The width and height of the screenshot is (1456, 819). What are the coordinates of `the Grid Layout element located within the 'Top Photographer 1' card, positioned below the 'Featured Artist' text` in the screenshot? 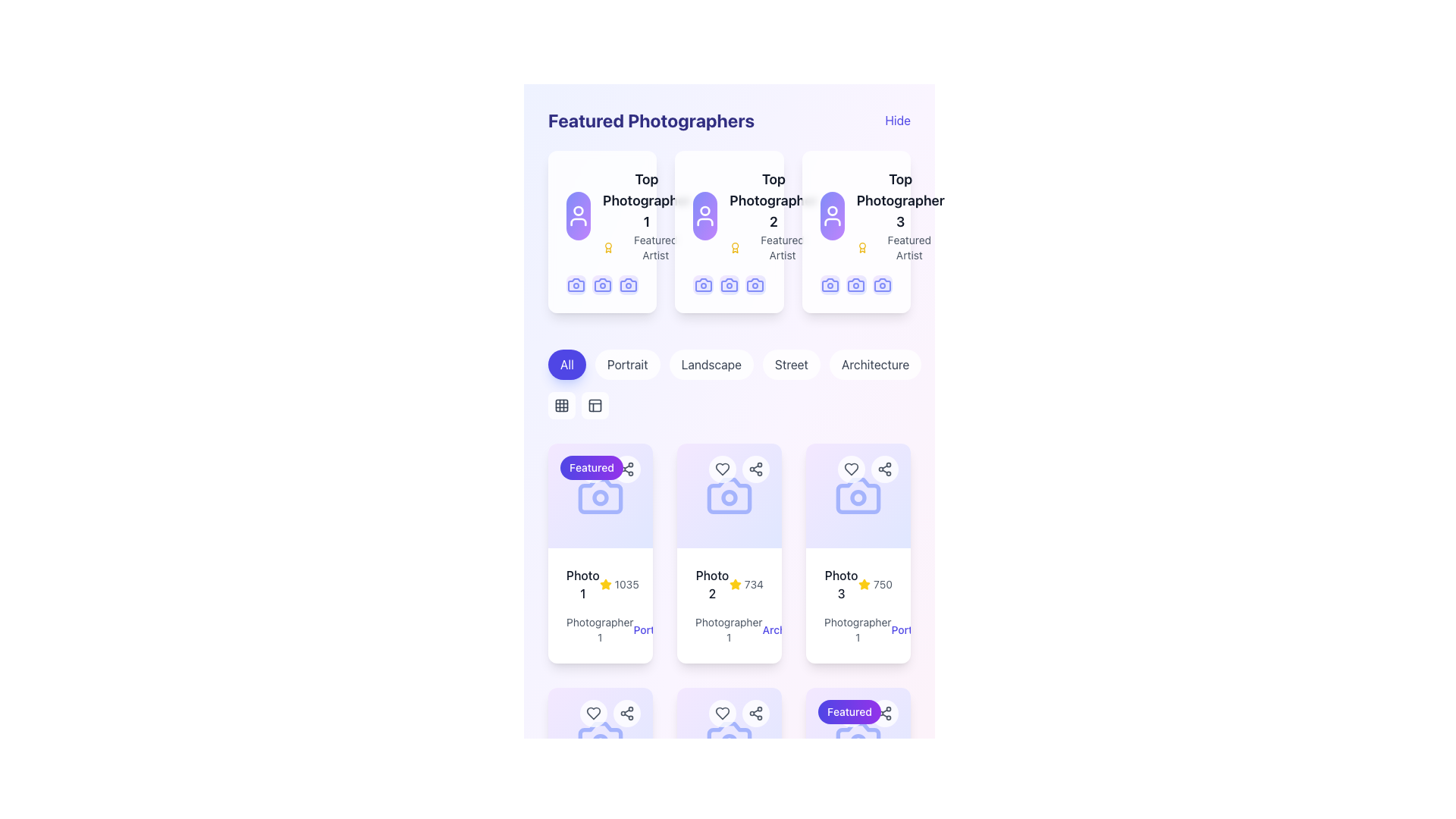 It's located at (601, 285).